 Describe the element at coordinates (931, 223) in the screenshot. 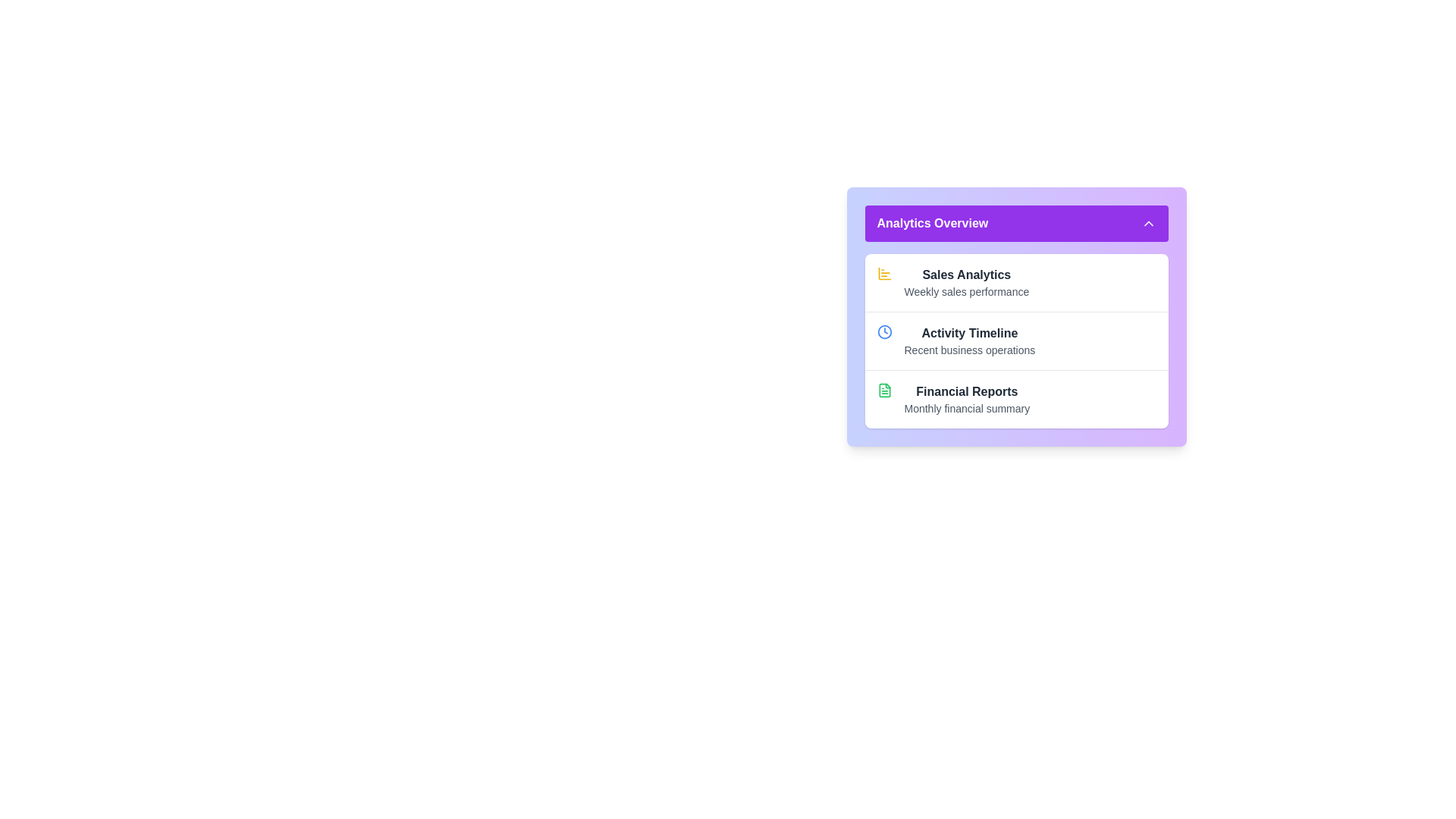

I see `label 'Analytics Overview' displayed in bold white font on a purple background, located at the top left of the panel's header area` at that location.